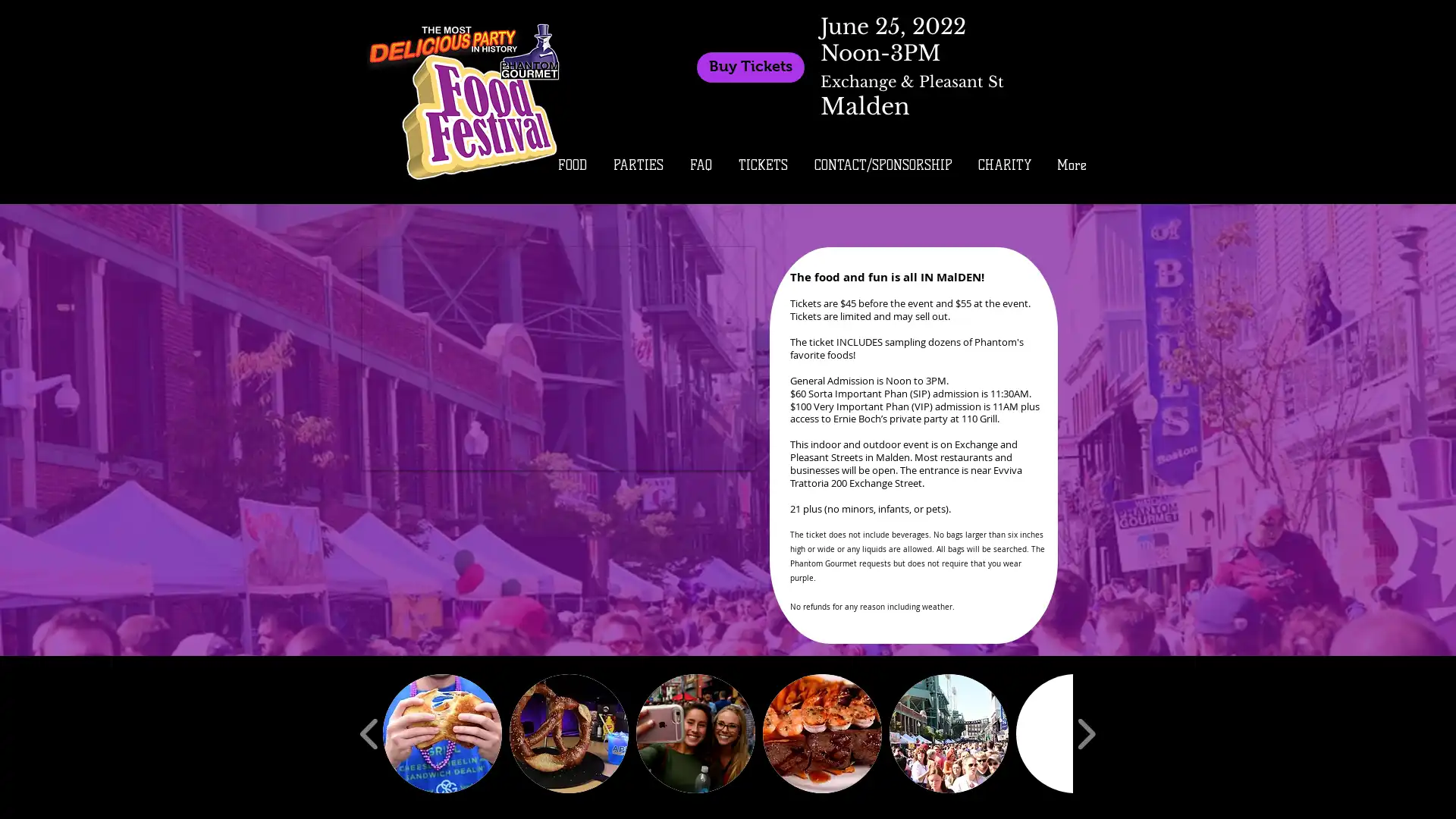 The width and height of the screenshot is (1456, 819). I want to click on play backward, so click(369, 733).